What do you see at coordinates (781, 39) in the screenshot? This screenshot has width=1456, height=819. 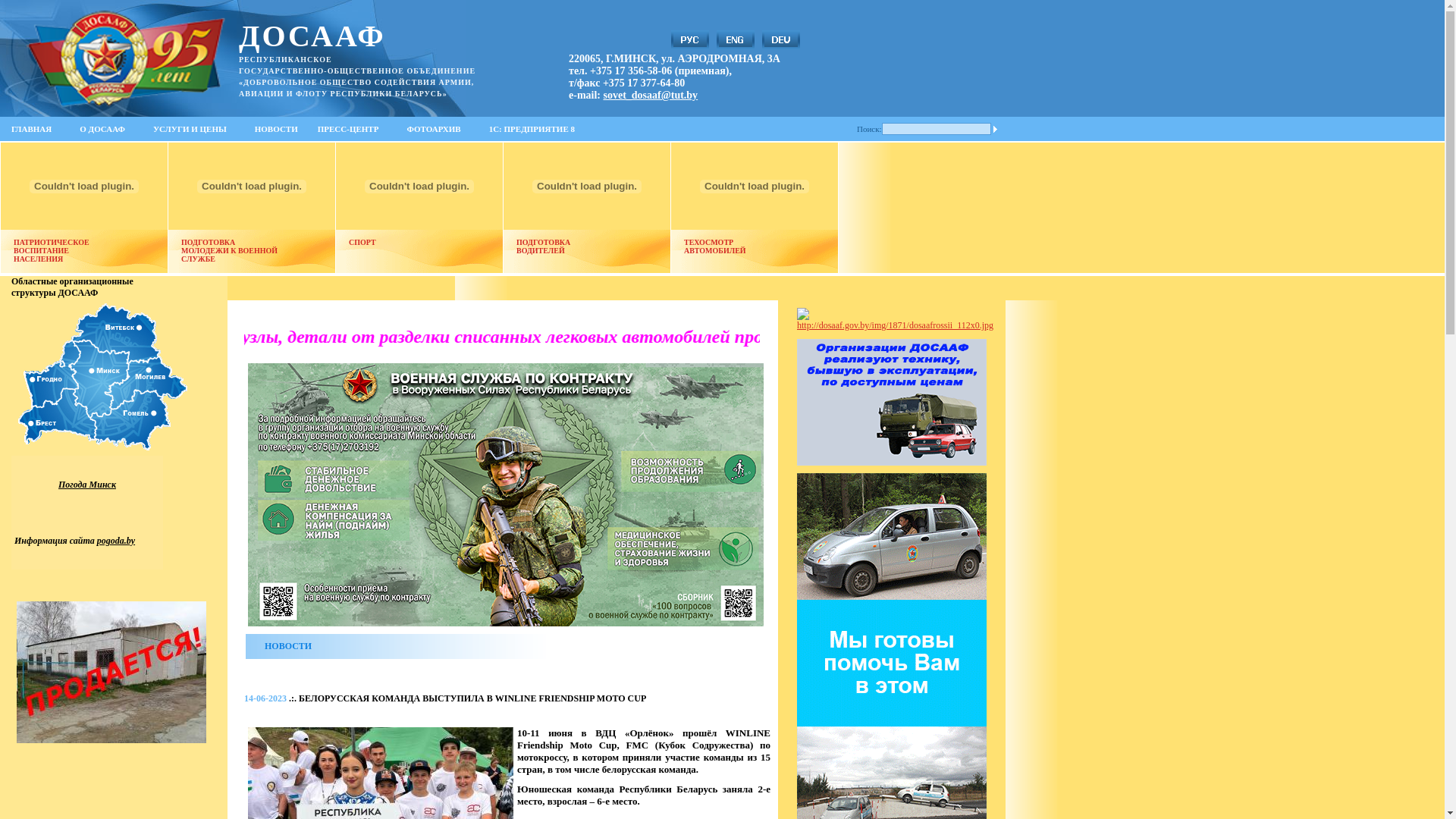 I see `'Deutsch'` at bounding box center [781, 39].